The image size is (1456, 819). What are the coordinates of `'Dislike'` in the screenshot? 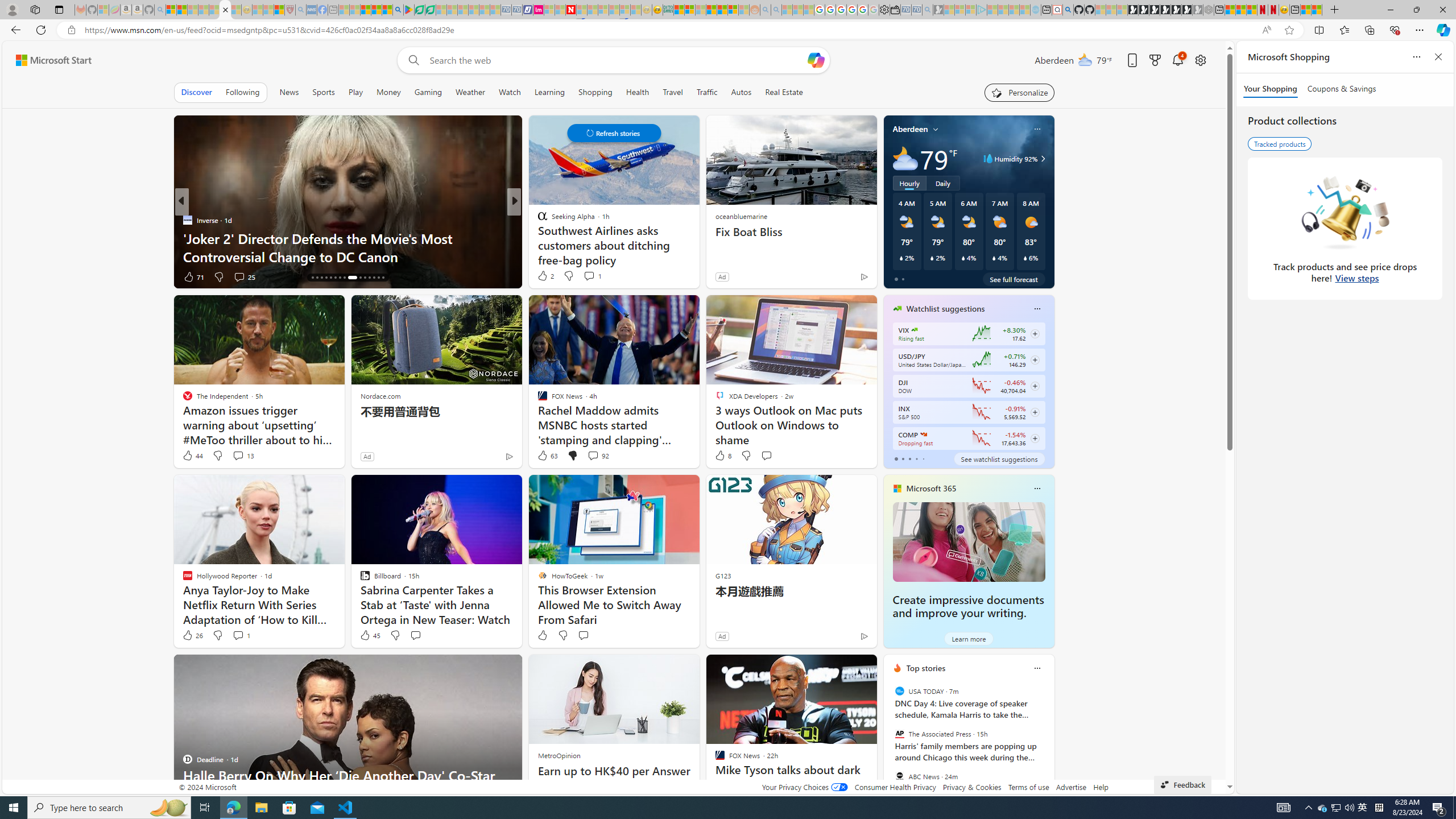 It's located at (562, 634).